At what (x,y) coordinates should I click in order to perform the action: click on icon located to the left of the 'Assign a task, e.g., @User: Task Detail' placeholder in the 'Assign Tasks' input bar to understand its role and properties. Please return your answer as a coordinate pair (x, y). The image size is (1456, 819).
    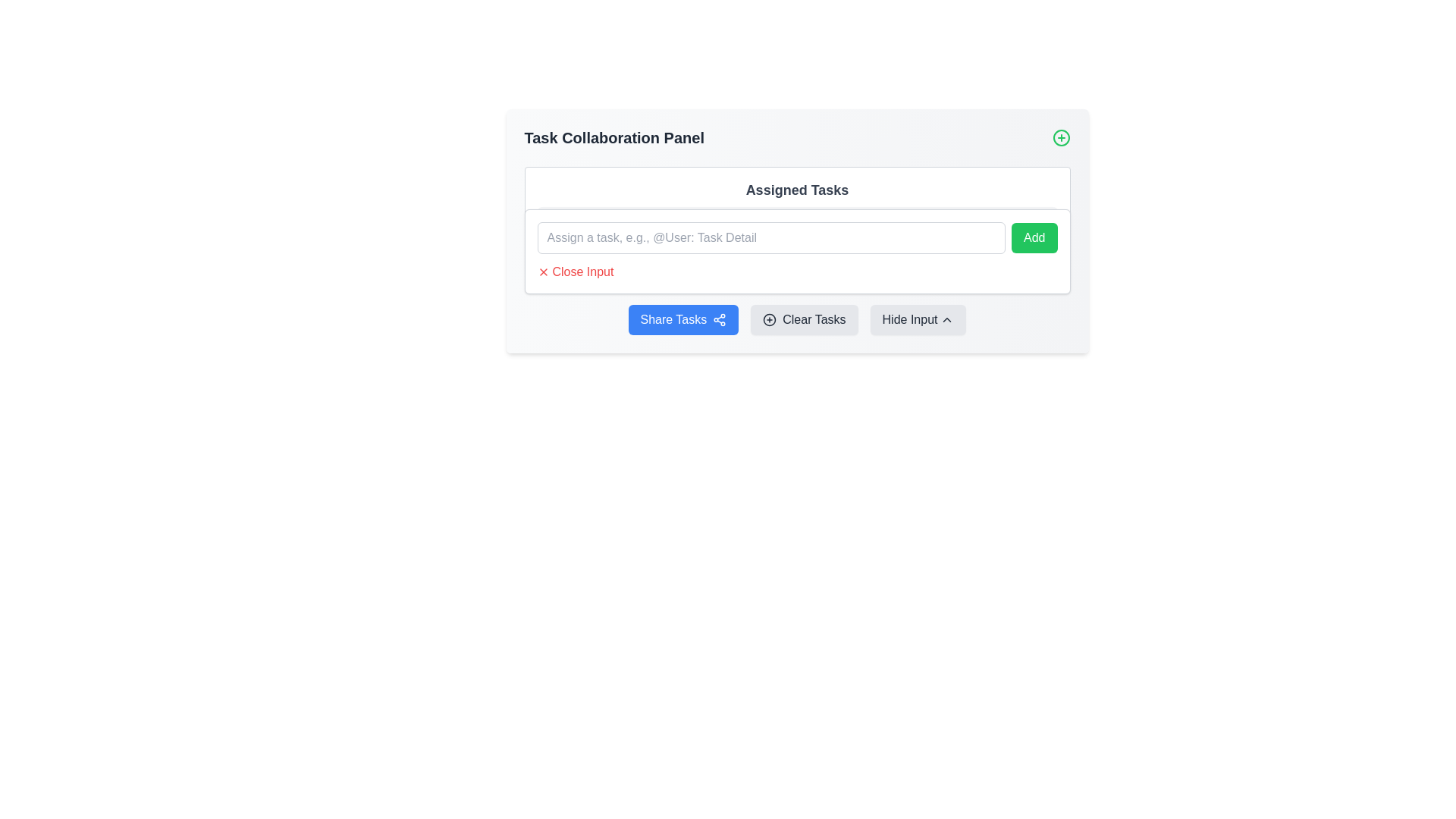
    Looking at the image, I should click on (553, 222).